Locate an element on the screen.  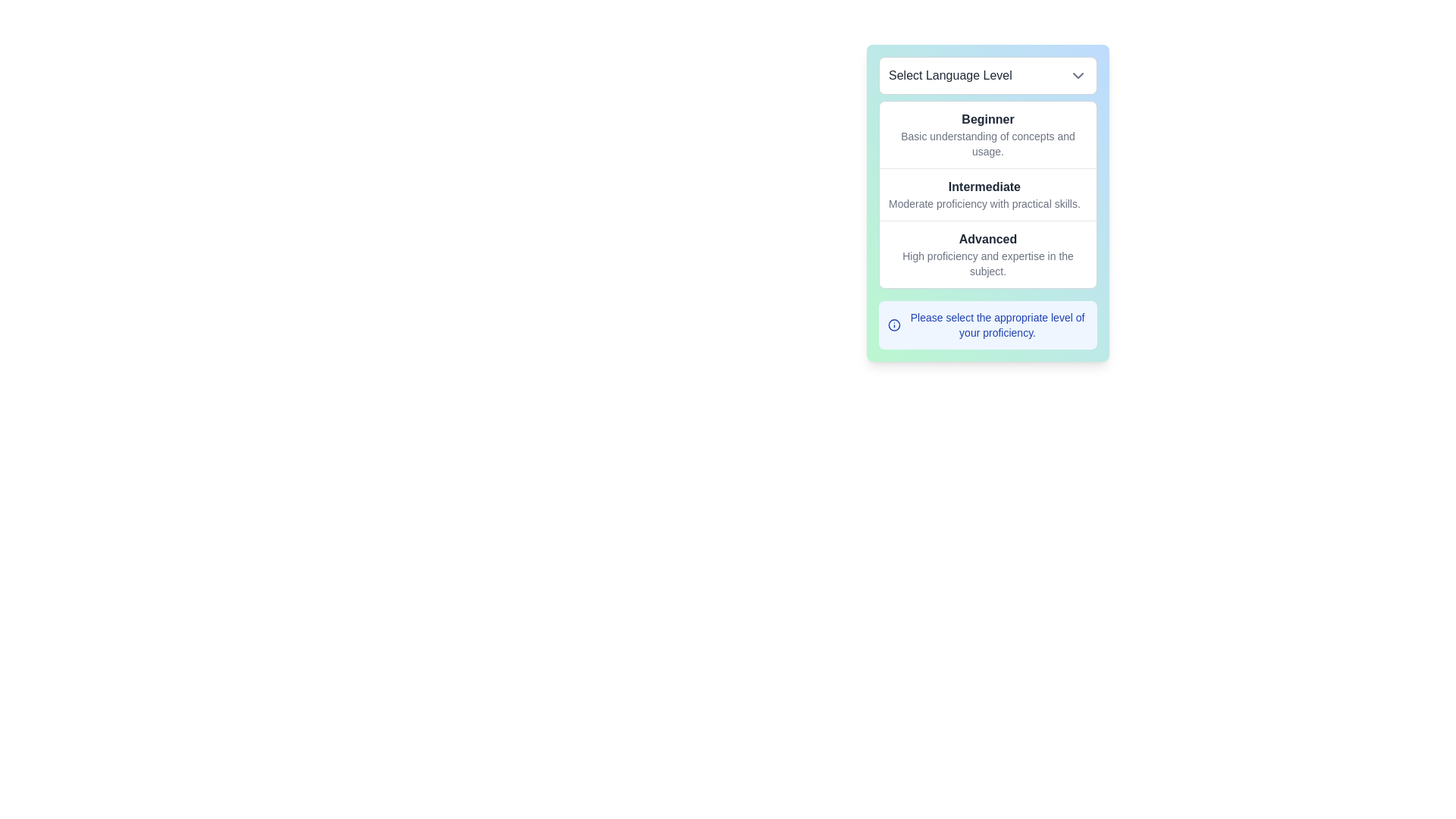
the clickable list item labeled 'Intermediate' that describes 'Moderate proficiency with practical skills.' located under the 'Select Language Level' heading is located at coordinates (984, 194).